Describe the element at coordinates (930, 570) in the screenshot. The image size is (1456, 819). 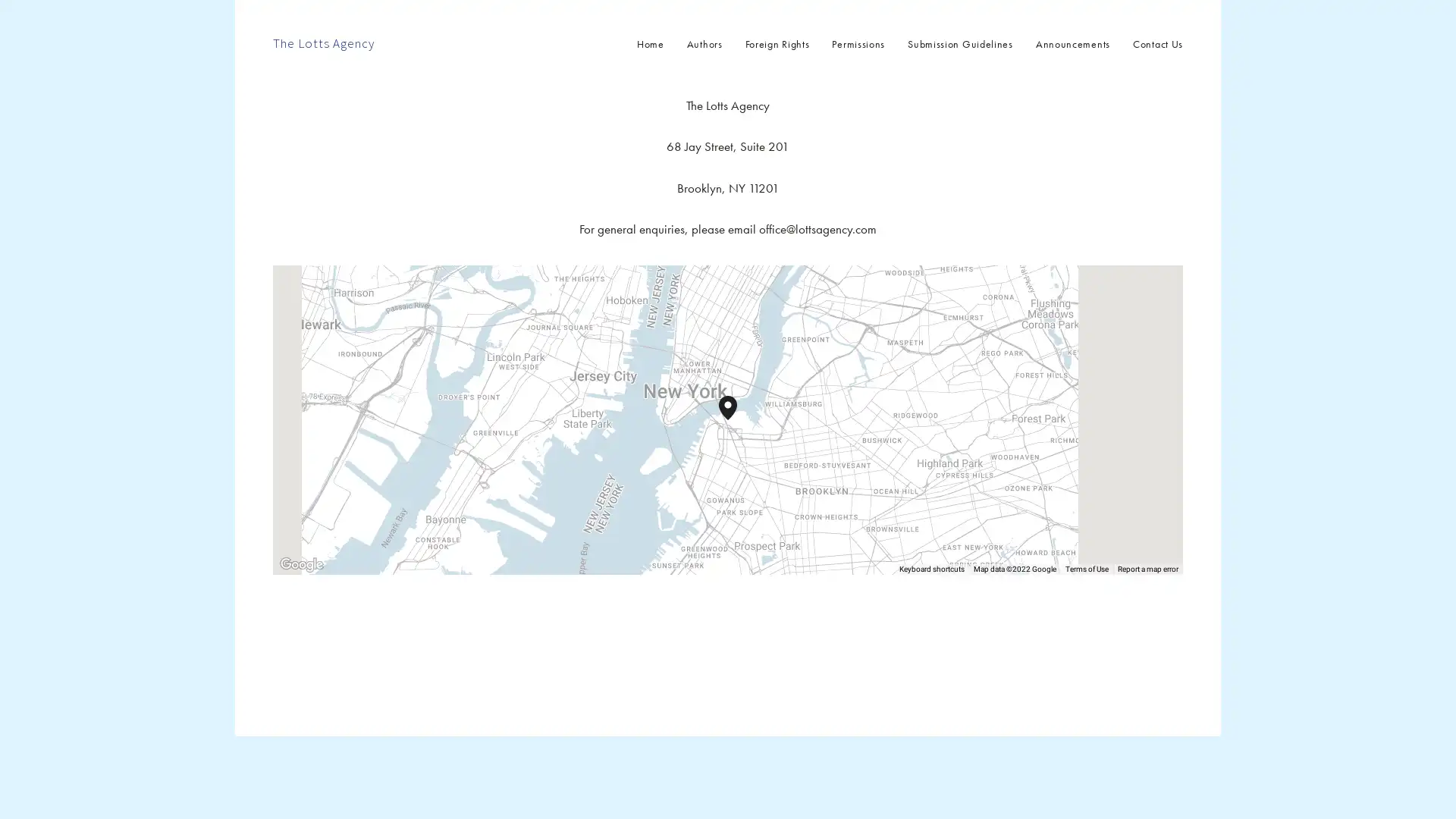
I see `Keyboard shortcuts` at that location.